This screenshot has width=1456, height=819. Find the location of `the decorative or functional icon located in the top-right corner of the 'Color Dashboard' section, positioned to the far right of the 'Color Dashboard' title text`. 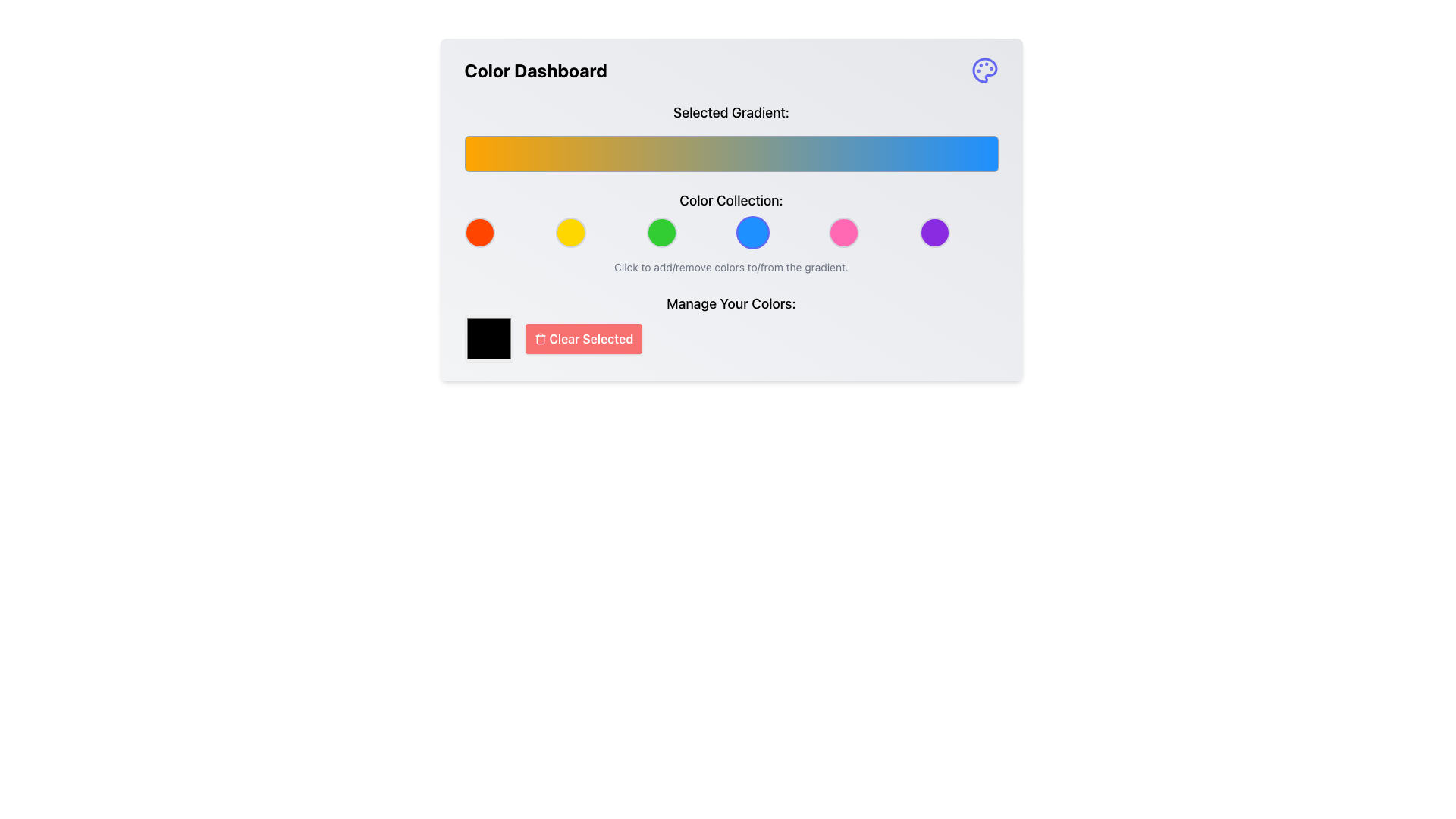

the decorative or functional icon located in the top-right corner of the 'Color Dashboard' section, positioned to the far right of the 'Color Dashboard' title text is located at coordinates (984, 70).